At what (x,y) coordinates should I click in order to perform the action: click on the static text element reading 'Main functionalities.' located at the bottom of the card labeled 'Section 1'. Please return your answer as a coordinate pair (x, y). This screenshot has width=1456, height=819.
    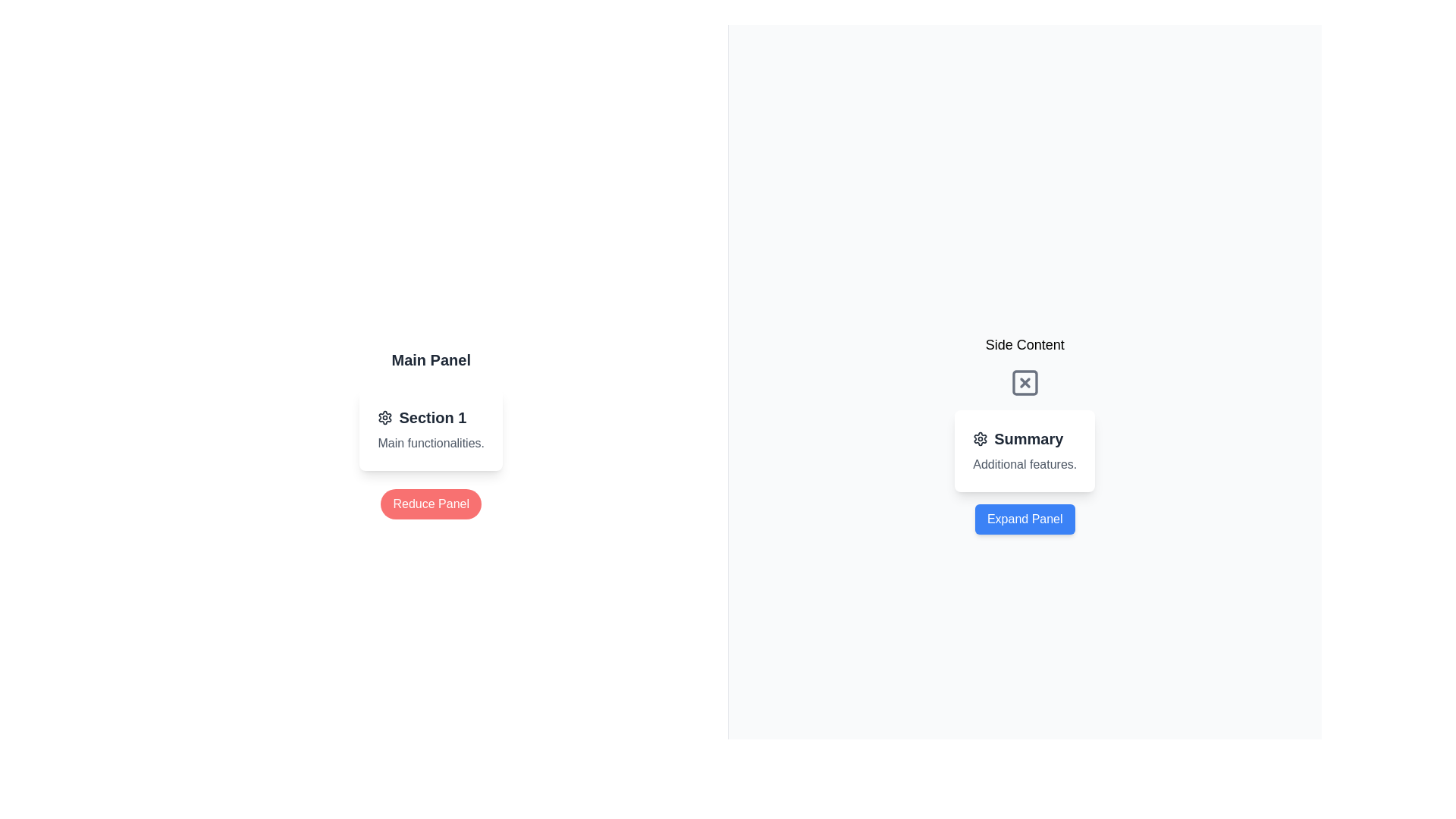
    Looking at the image, I should click on (430, 444).